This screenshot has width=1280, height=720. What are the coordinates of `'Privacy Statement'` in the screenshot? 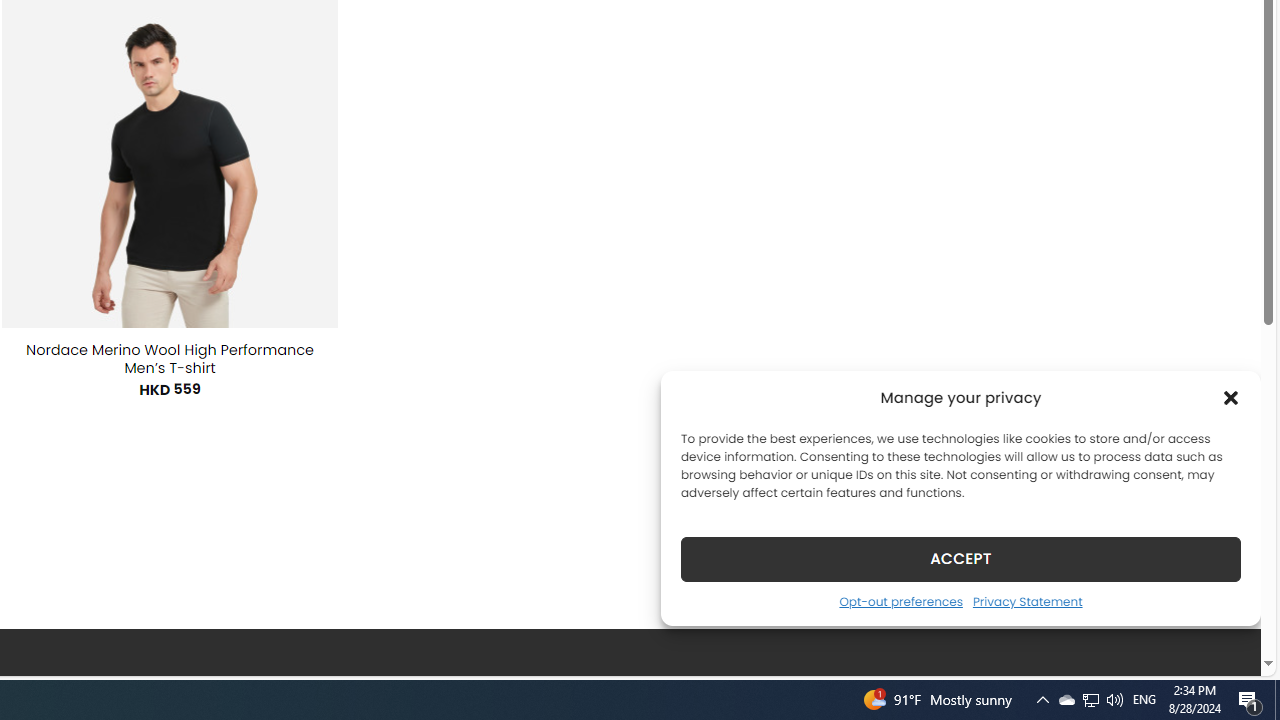 It's located at (1027, 600).